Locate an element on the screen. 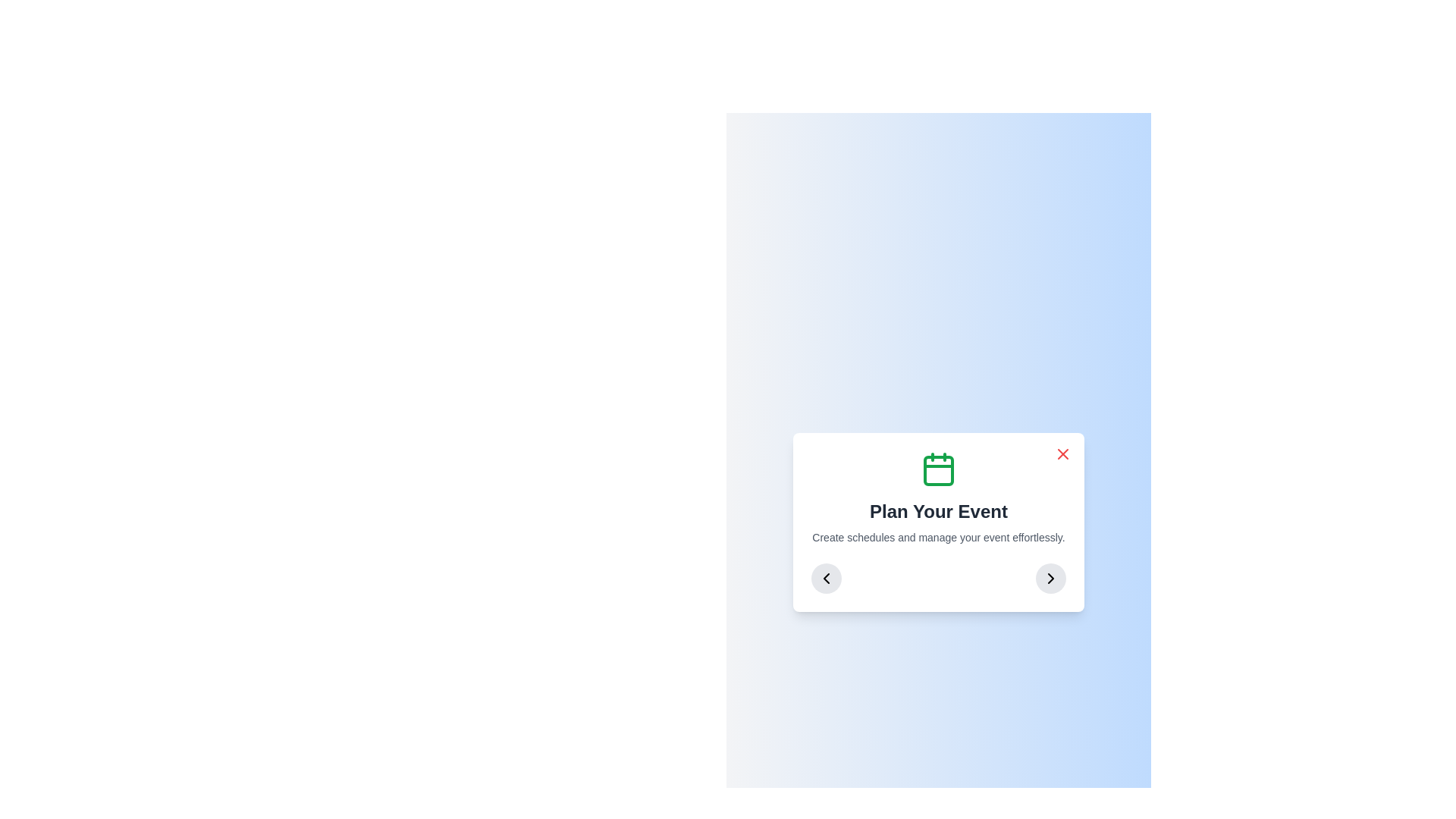  the text element that reads 'Plan Your Event', which is styled in bold and large font, located centrally below a green calendar icon and above a smaller descriptive text block is located at coordinates (938, 512).